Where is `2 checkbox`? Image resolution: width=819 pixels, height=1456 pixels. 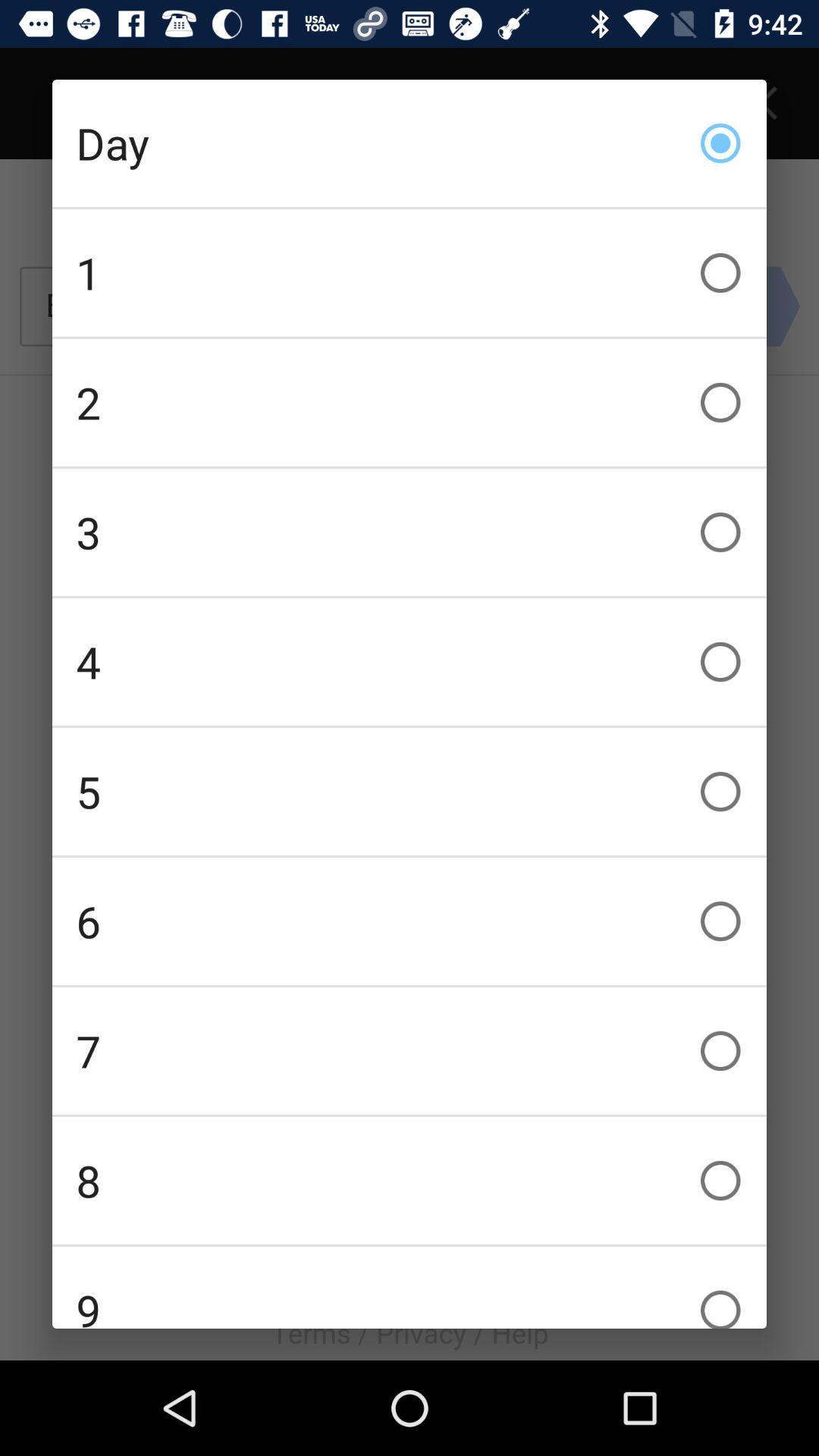 2 checkbox is located at coordinates (409, 403).